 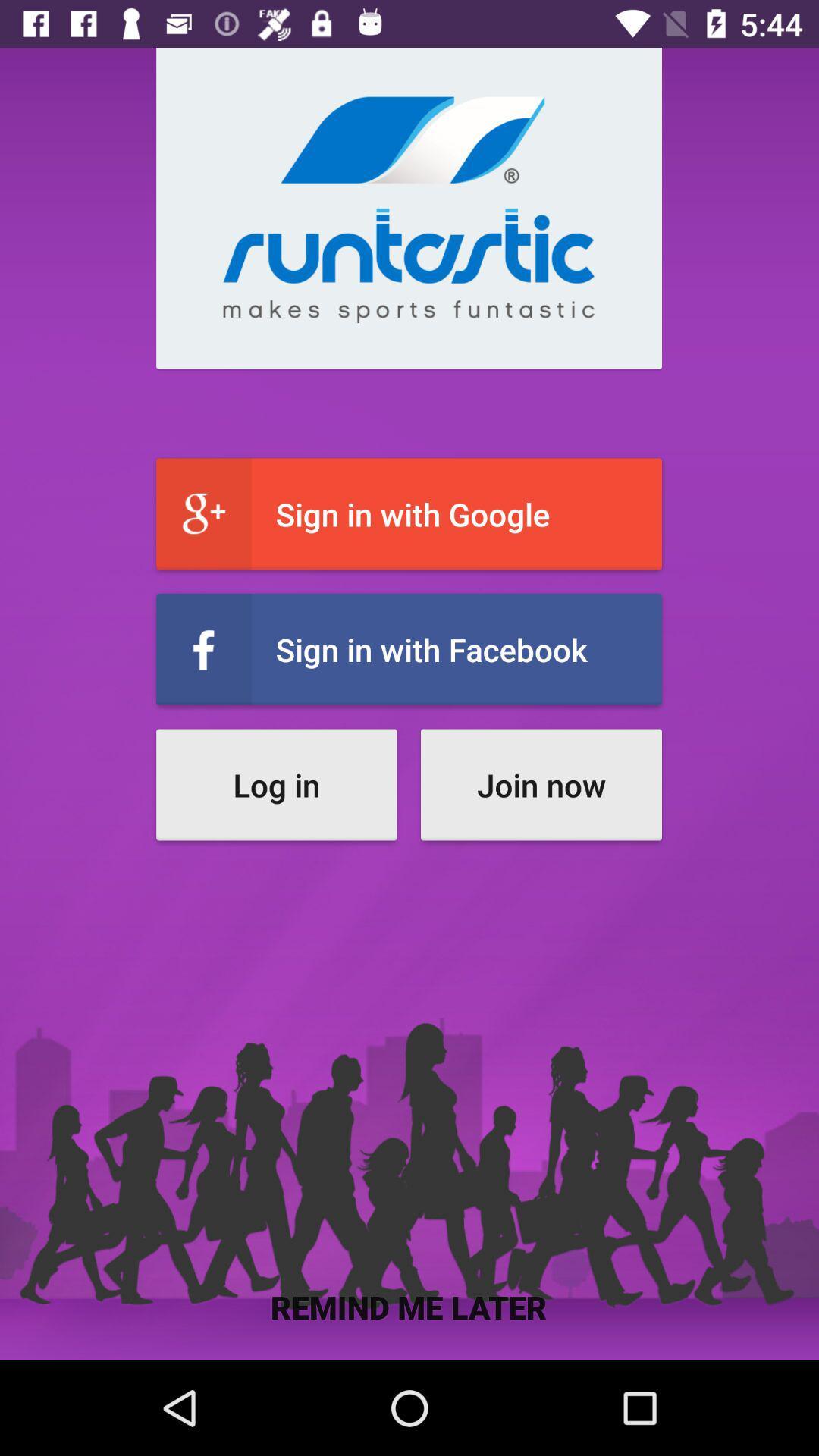 What do you see at coordinates (540, 785) in the screenshot?
I see `the join now button` at bounding box center [540, 785].